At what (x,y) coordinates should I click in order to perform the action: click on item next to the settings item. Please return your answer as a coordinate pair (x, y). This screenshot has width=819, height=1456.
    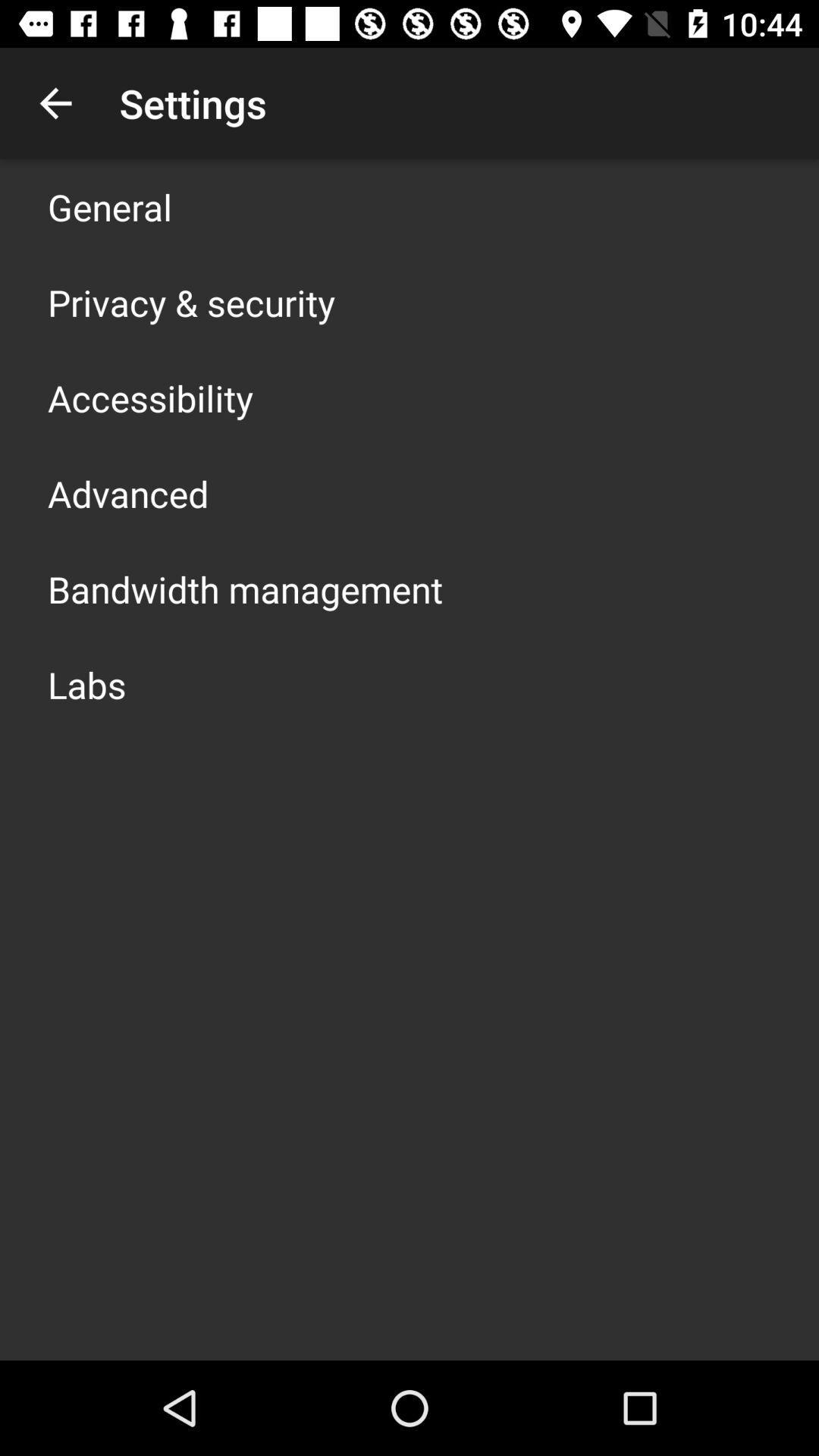
    Looking at the image, I should click on (55, 102).